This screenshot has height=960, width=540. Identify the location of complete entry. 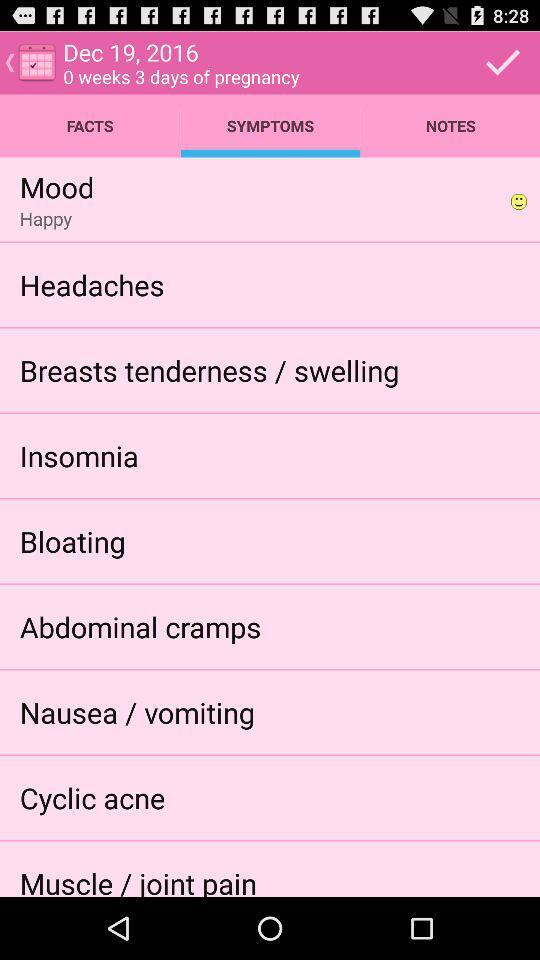
(502, 62).